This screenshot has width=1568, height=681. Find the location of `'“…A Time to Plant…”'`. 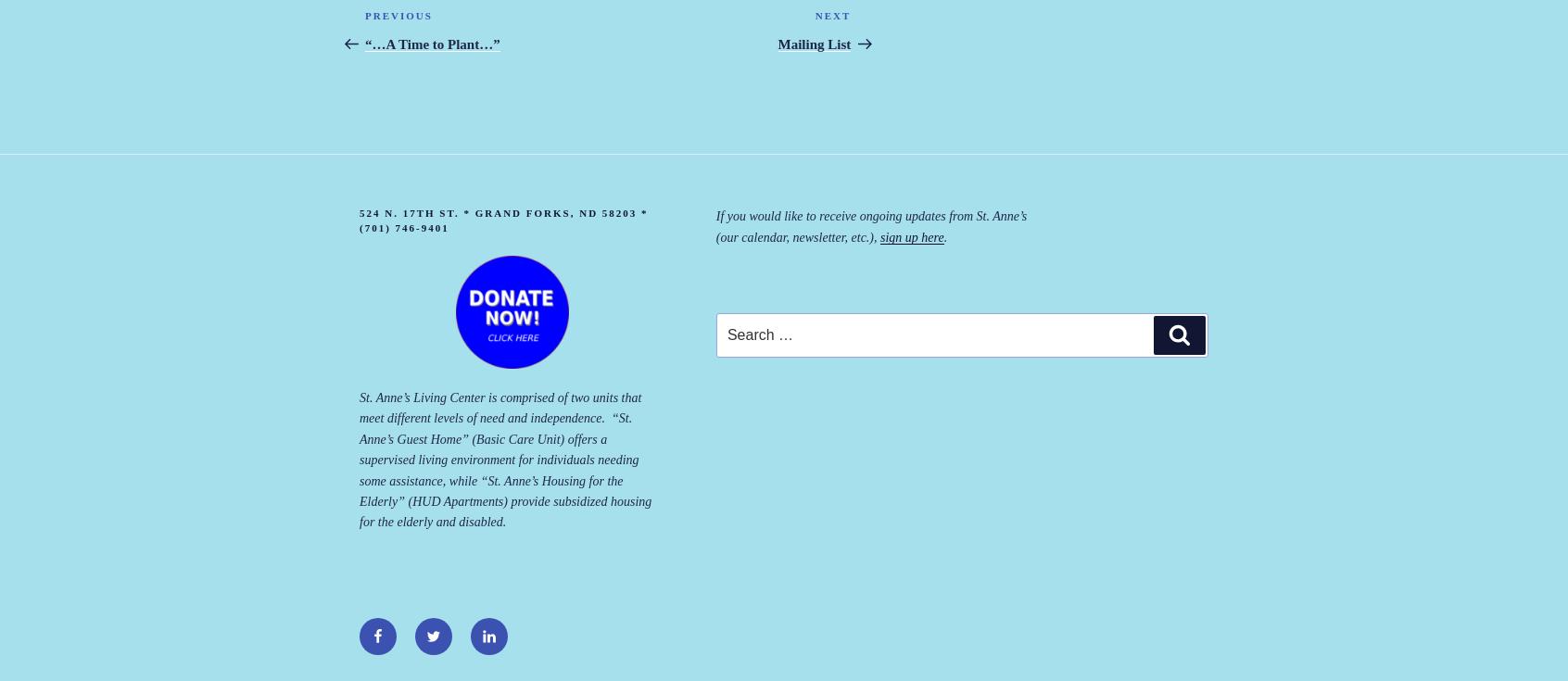

'“…A Time to Plant…”' is located at coordinates (431, 43).